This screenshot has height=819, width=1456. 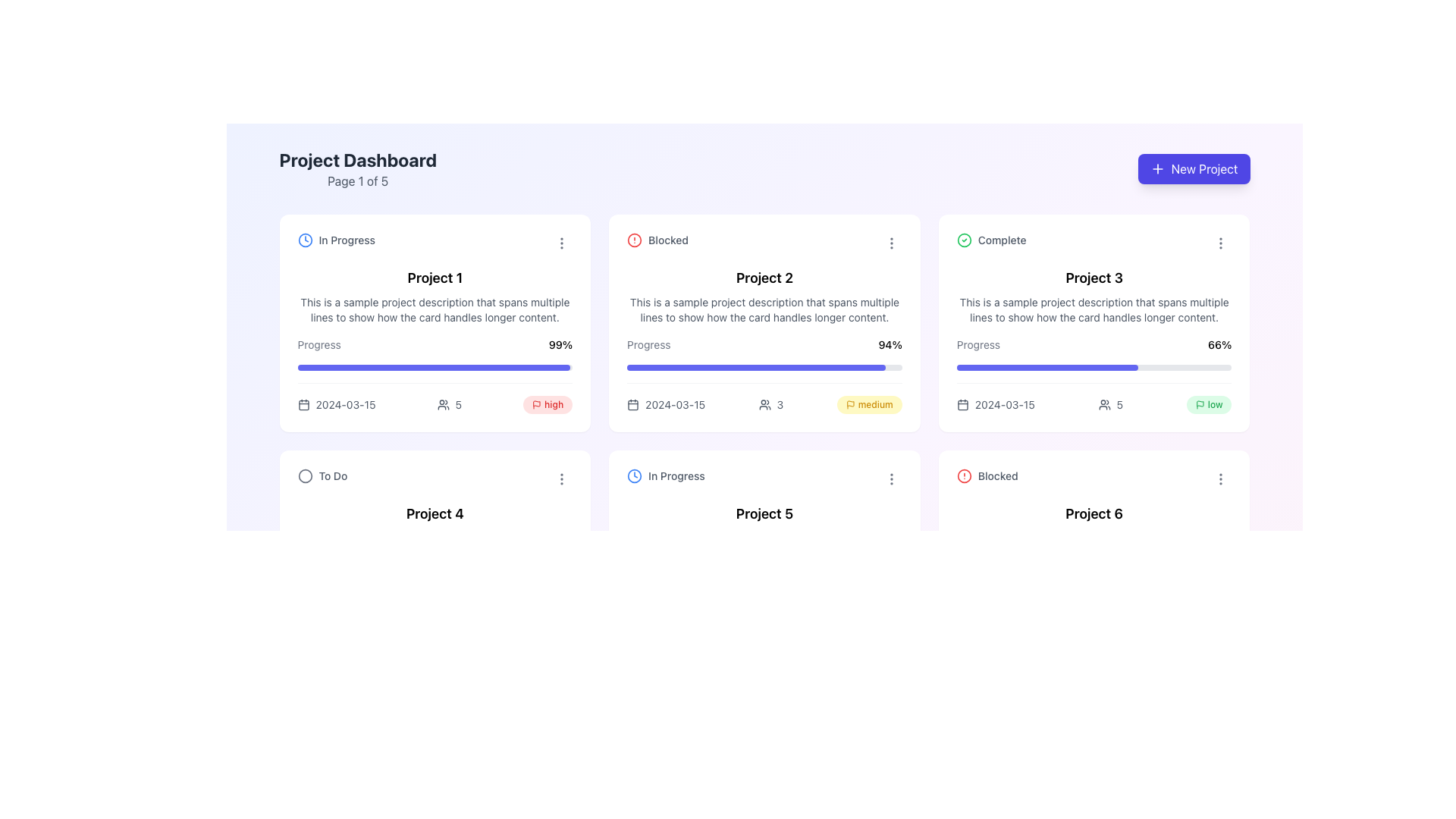 I want to click on the text label displaying '99%' which is styled with a font weight and is positioned to the right of the 'Progress' label in the first card of the grid layout, so click(x=560, y=345).